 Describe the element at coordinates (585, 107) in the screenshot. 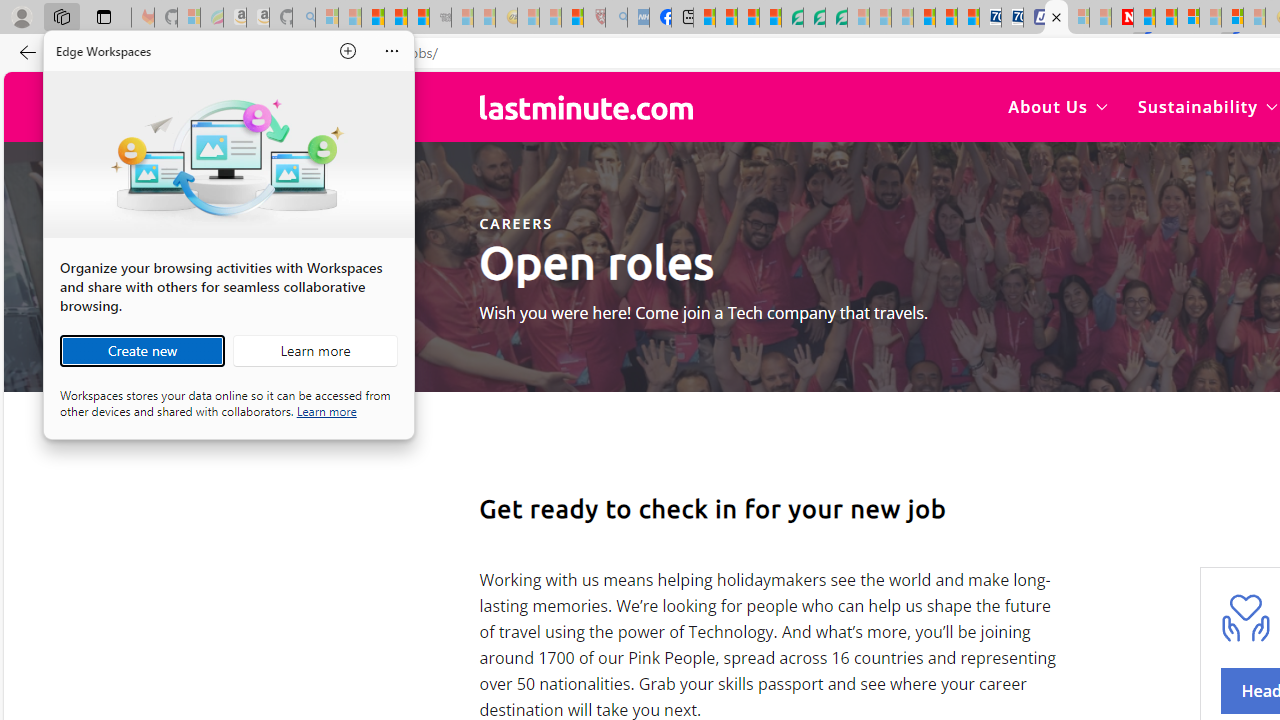

I see `'Class: uk-svg'` at that location.